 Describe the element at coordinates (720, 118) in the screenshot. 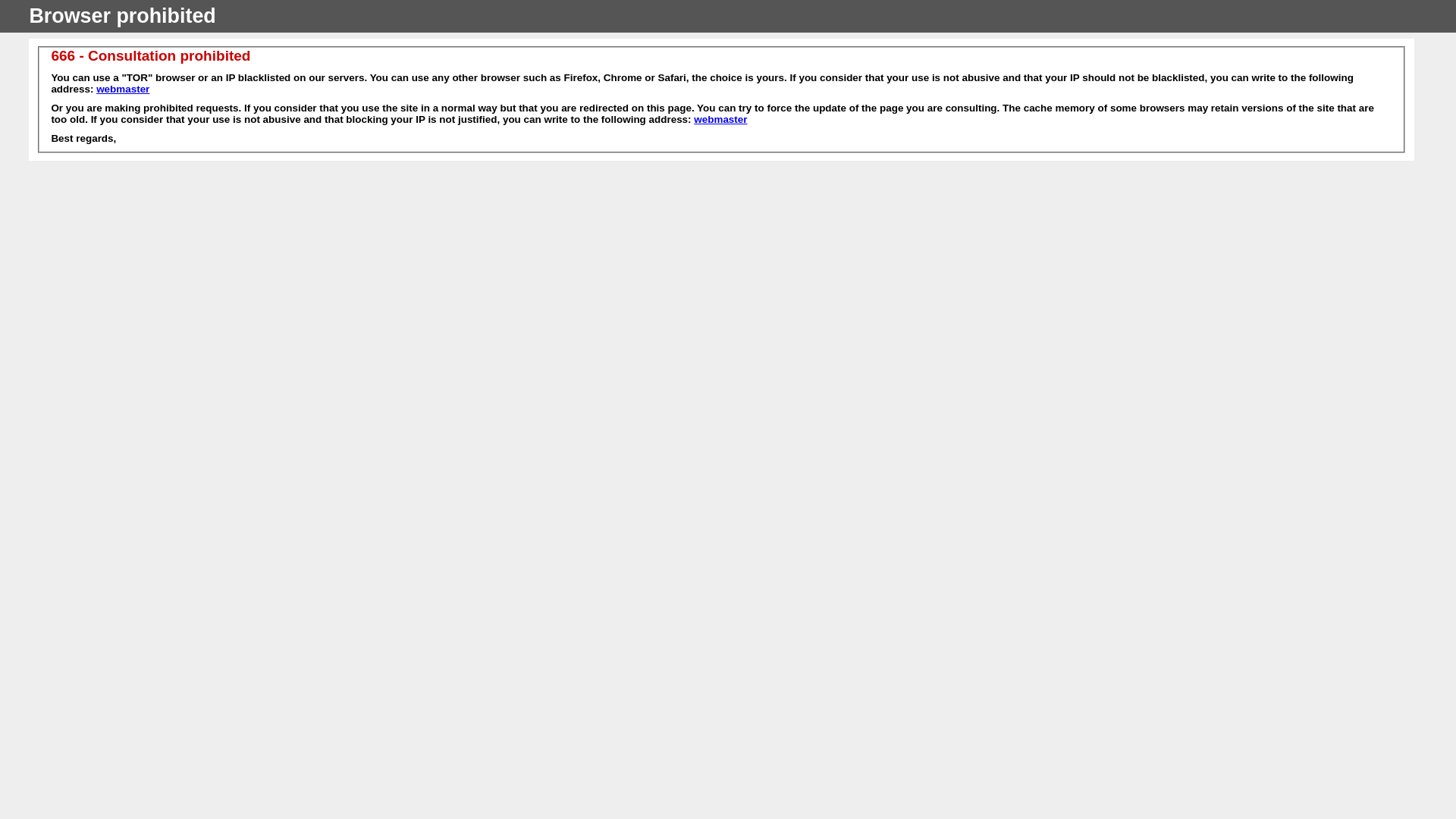

I see `'webmaster'` at that location.